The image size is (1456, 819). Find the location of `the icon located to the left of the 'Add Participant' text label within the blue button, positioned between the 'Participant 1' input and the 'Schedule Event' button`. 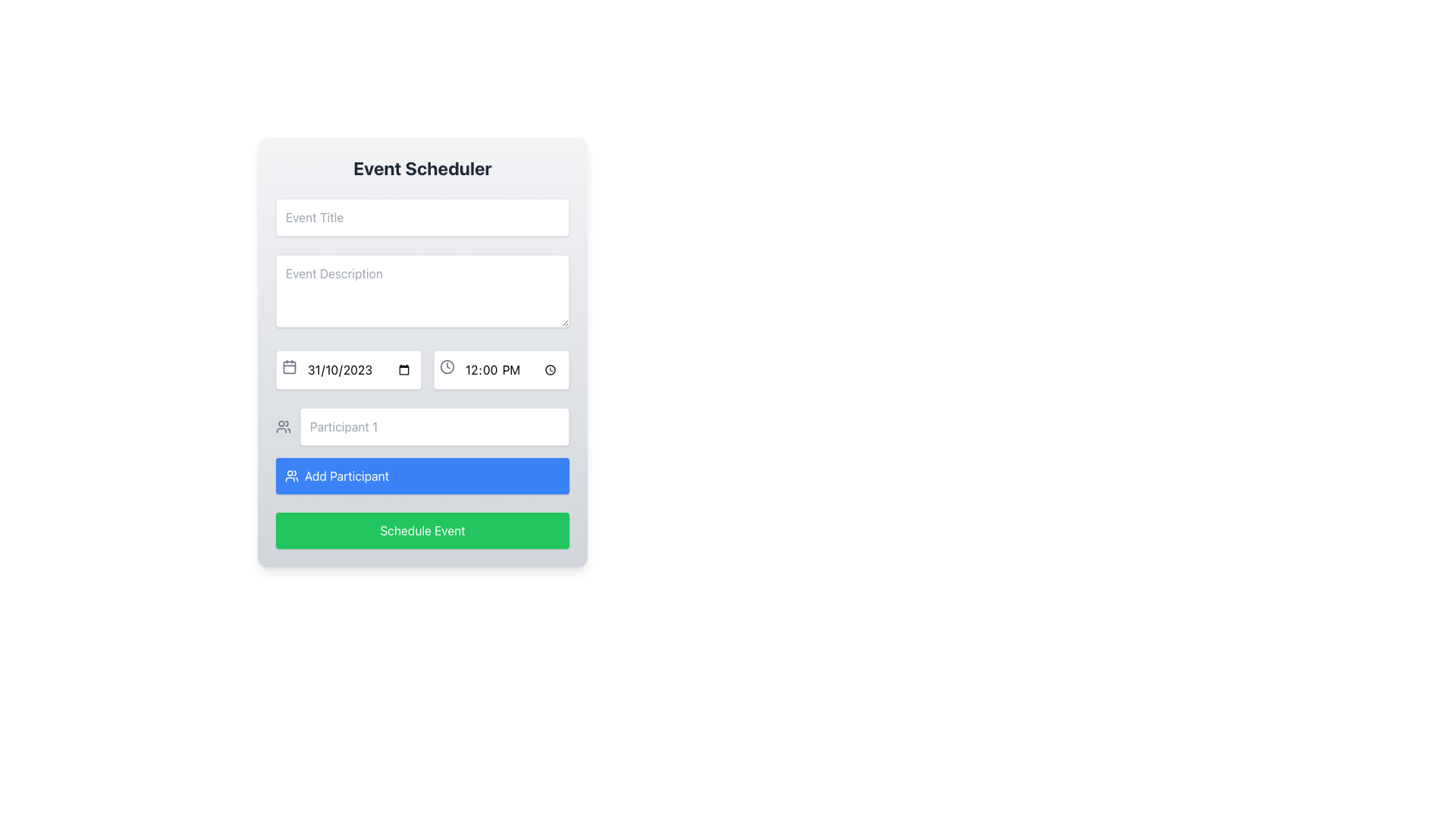

the icon located to the left of the 'Add Participant' text label within the blue button, positioned between the 'Participant 1' input and the 'Schedule Event' button is located at coordinates (291, 475).